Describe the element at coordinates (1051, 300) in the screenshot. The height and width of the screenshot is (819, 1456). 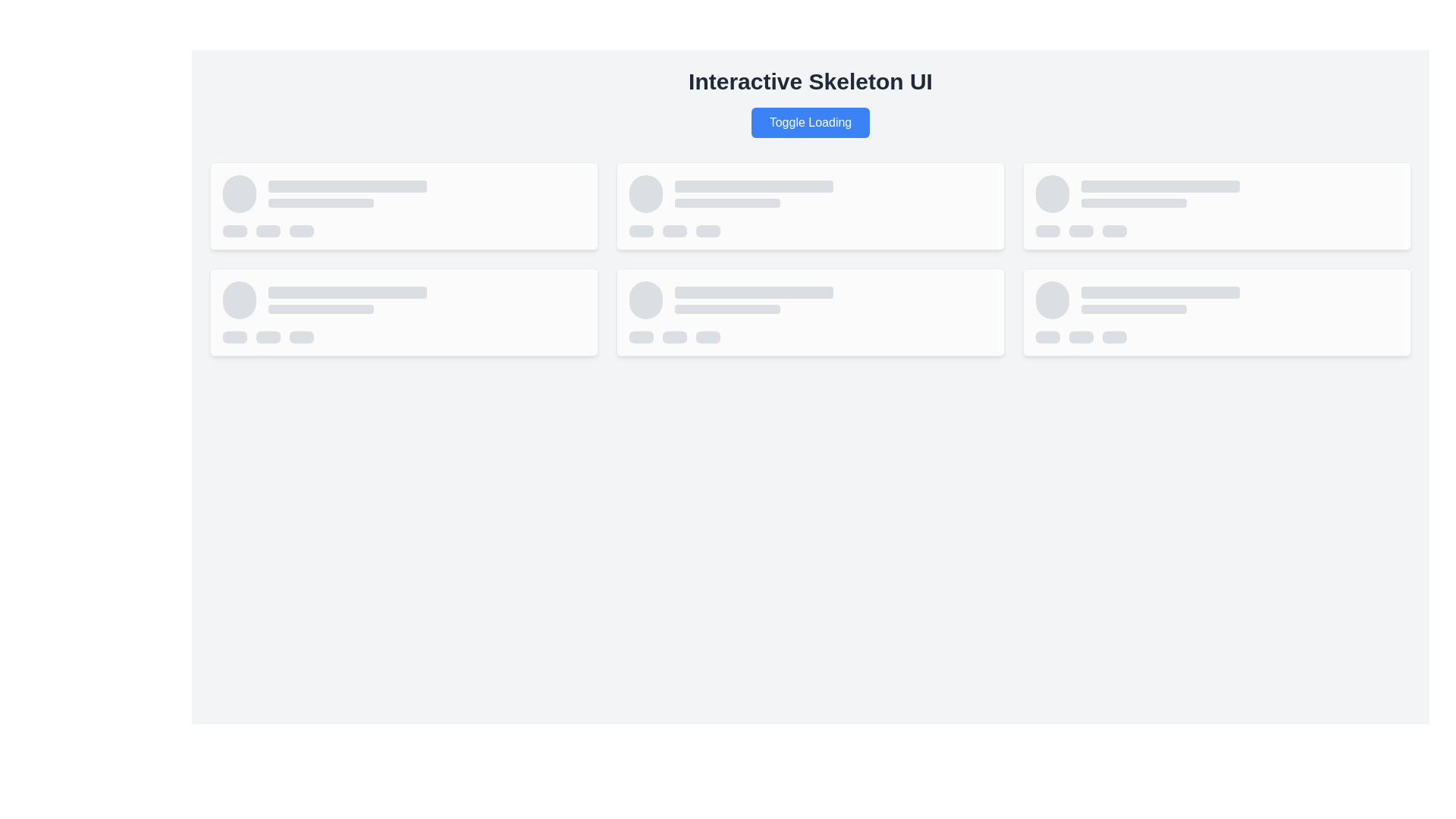
I see `the circular avatar placeholder located at the top-right of the third card in the bottom row of the grid layout, which serves as a profile image placeholder` at that location.